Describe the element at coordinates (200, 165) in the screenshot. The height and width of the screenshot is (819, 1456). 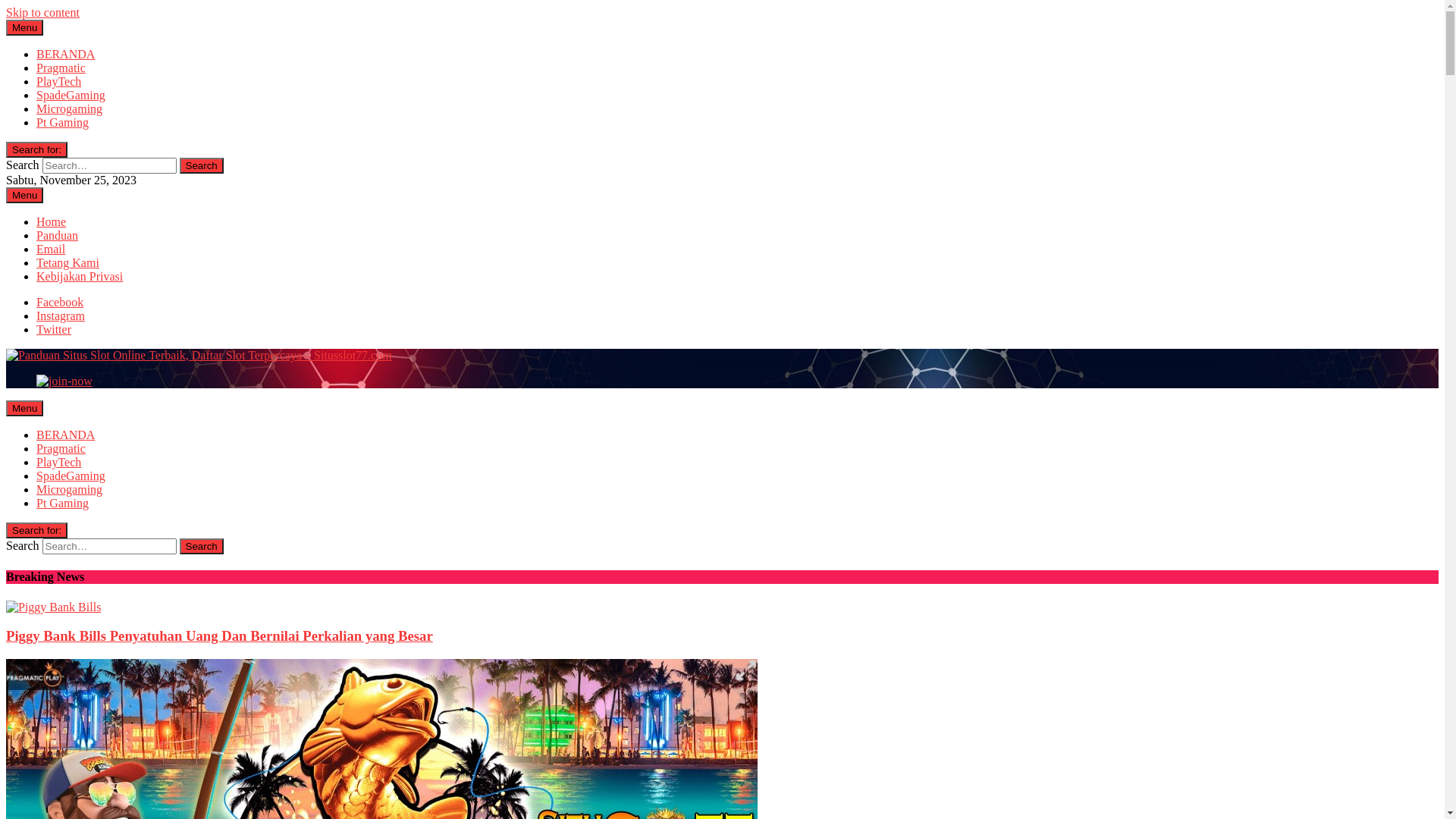
I see `'Search'` at that location.